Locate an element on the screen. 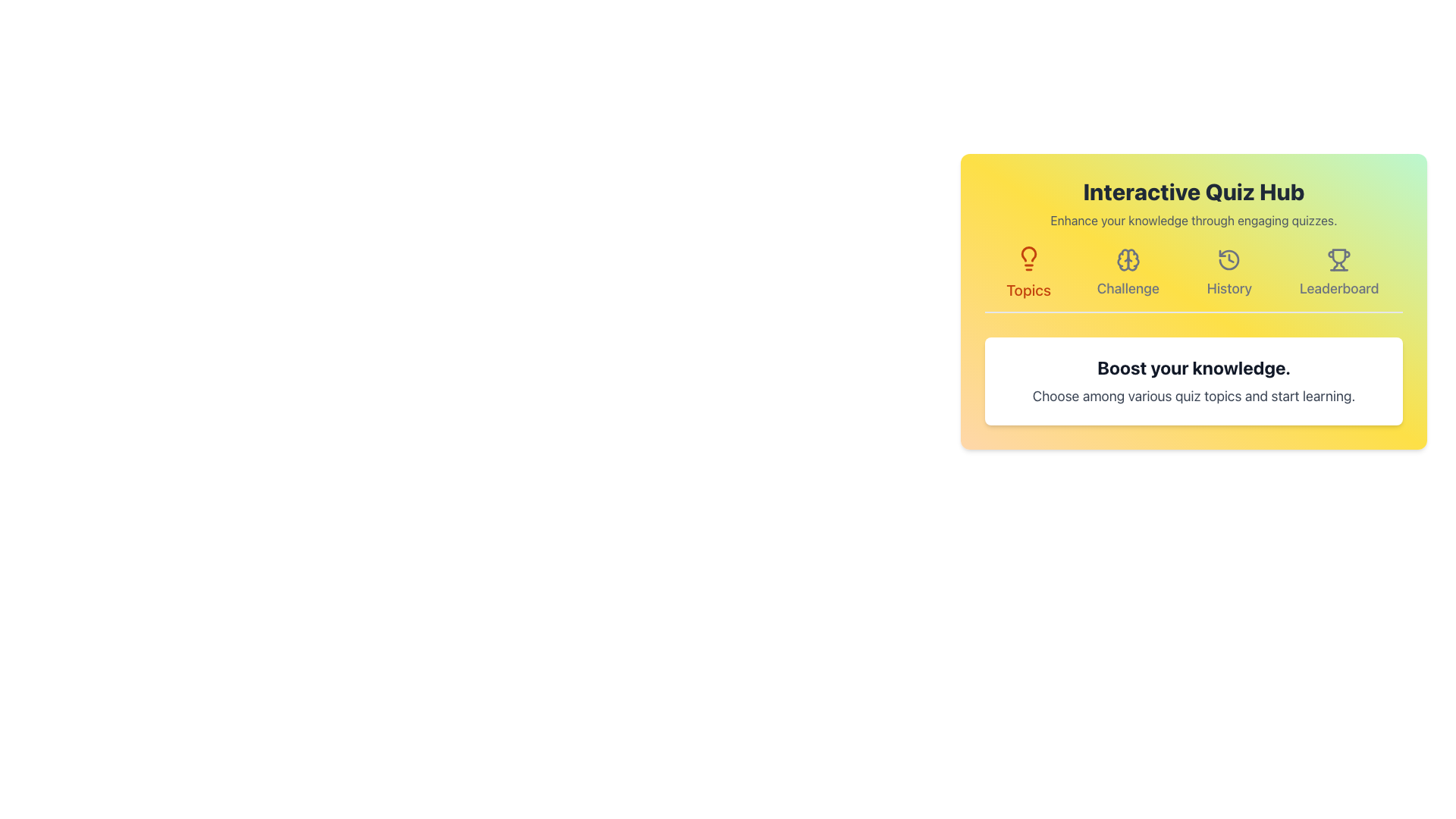  the text element that says 'Boost your knowledge.' which is prominently displayed in a card with a white background, located near the top-center of the card towards the middle-right of the interface is located at coordinates (1193, 368).